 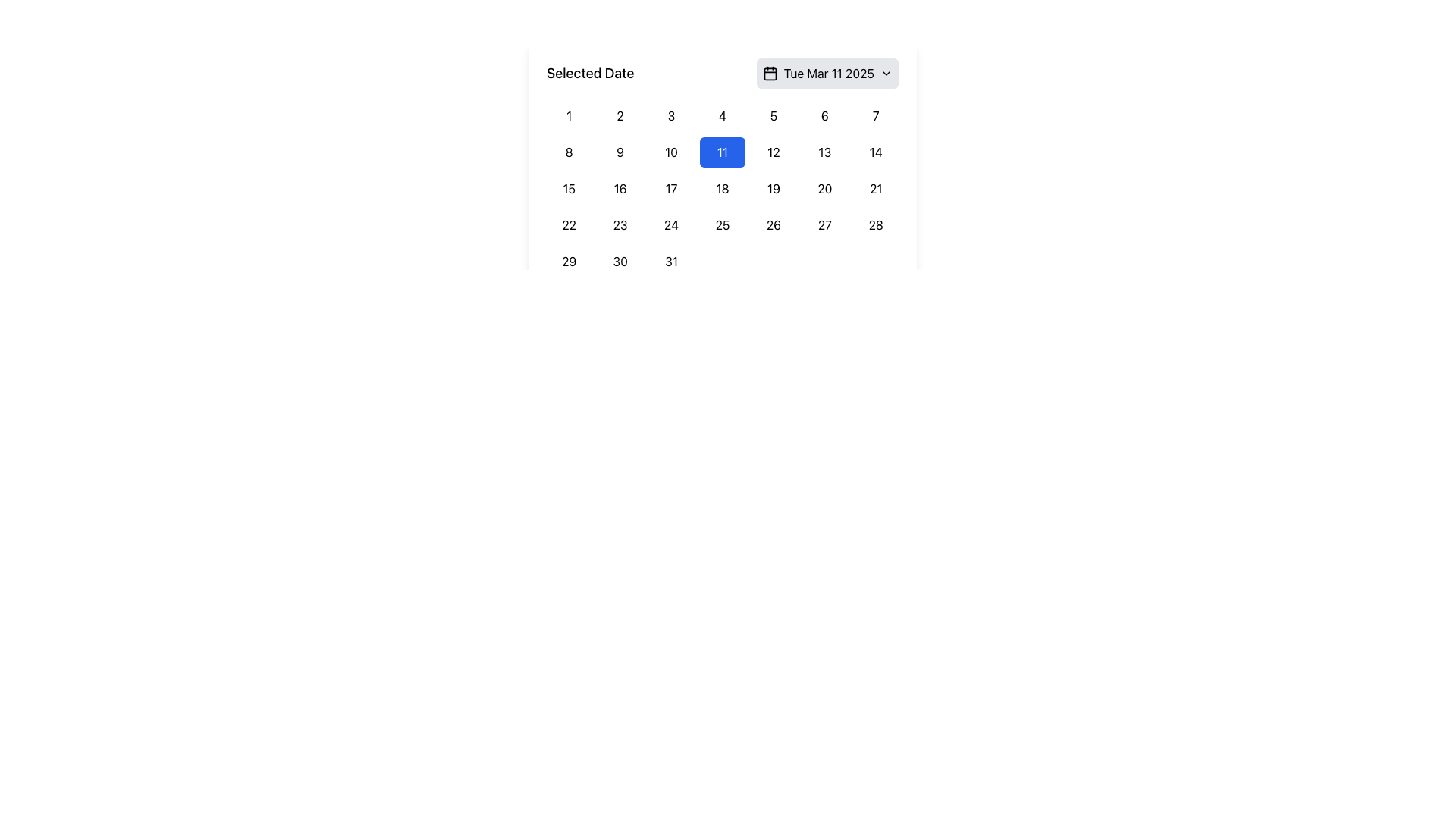 I want to click on the rectangular button displaying the numeral '14', which is located in the second row and seventh column of the grid layout, so click(x=876, y=152).